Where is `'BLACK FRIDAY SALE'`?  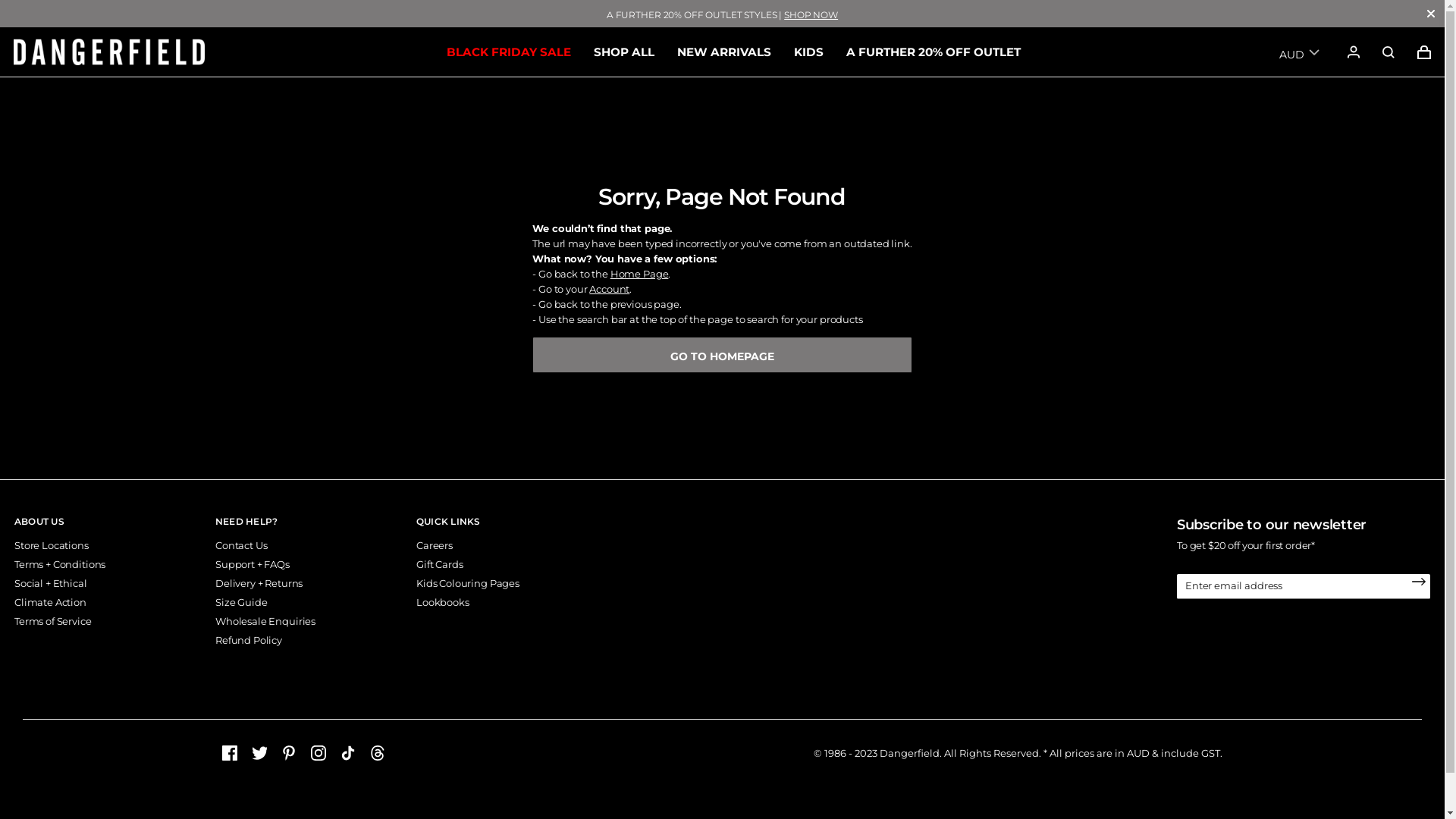
'BLACK FRIDAY SALE' is located at coordinates (508, 51).